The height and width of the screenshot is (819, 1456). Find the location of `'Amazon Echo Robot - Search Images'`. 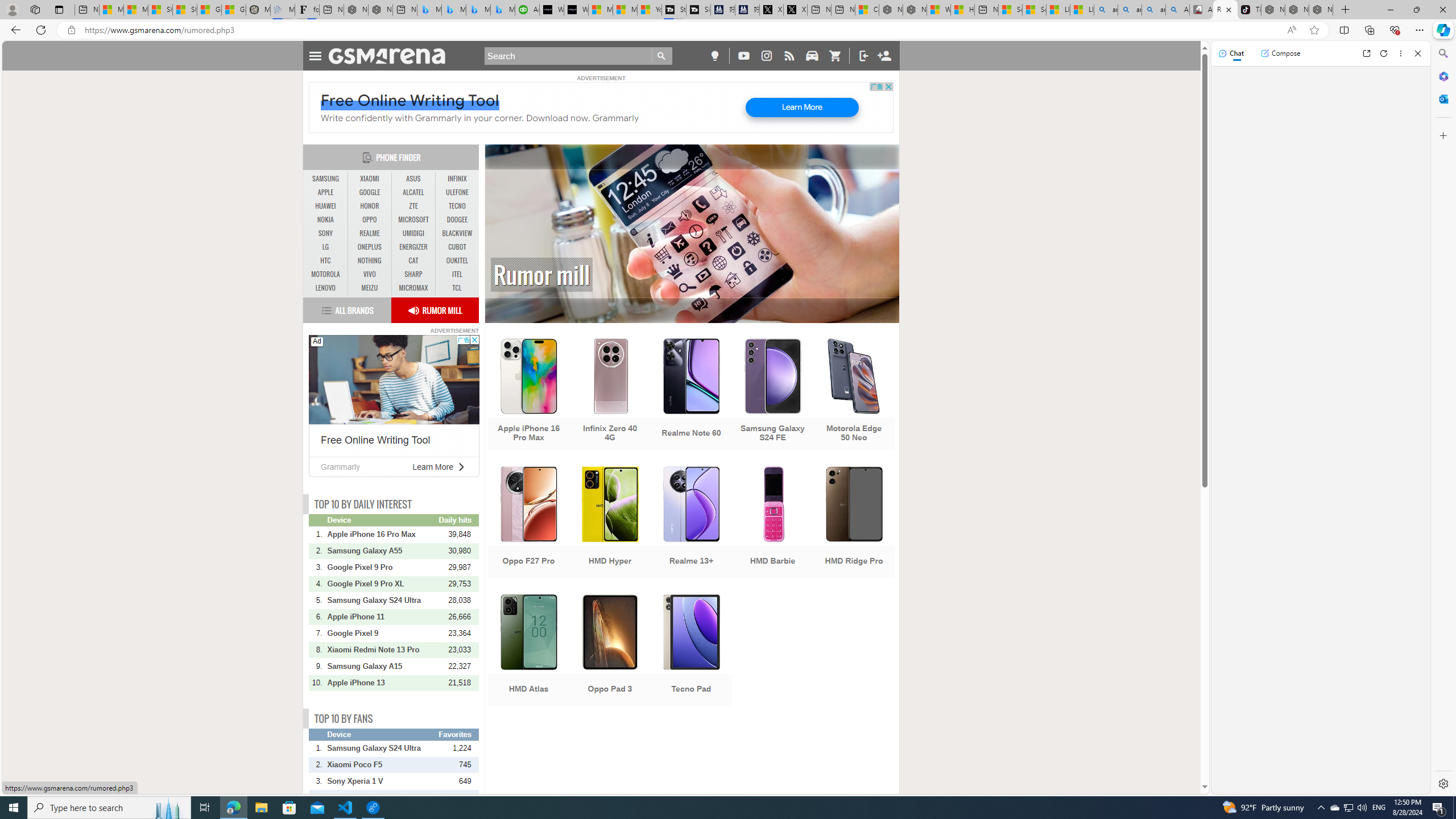

'Amazon Echo Robot - Search Images' is located at coordinates (1176, 9).